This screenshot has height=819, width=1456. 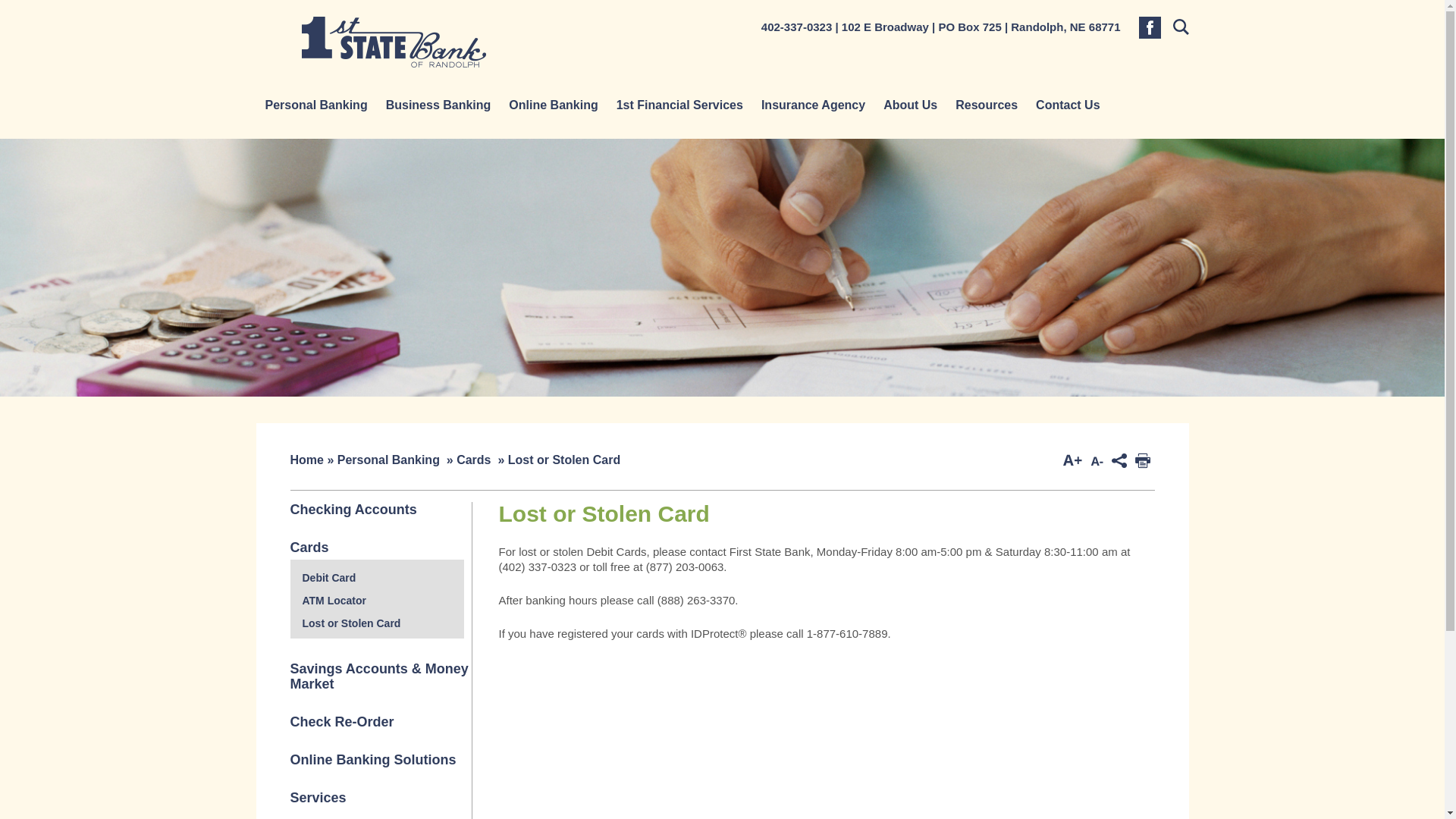 What do you see at coordinates (315, 104) in the screenshot?
I see `'Personal Banking'` at bounding box center [315, 104].